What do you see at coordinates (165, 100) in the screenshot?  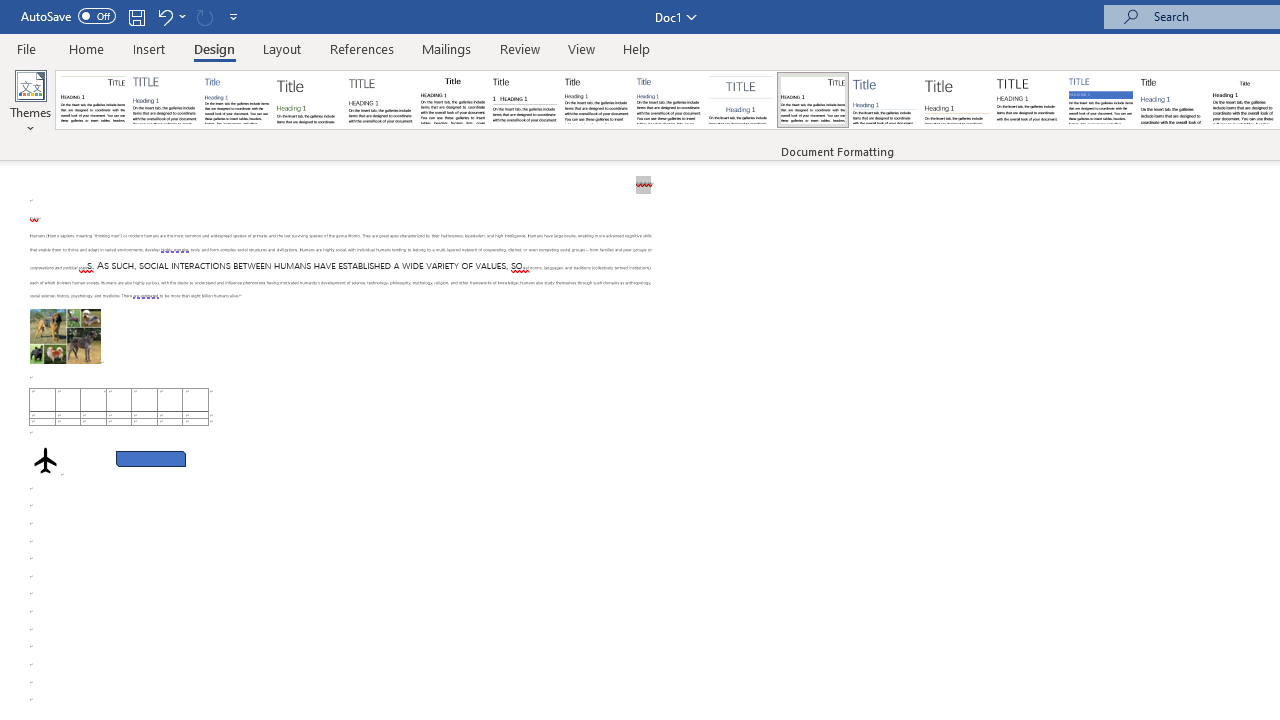 I see `'Basic (Elegant)'` at bounding box center [165, 100].